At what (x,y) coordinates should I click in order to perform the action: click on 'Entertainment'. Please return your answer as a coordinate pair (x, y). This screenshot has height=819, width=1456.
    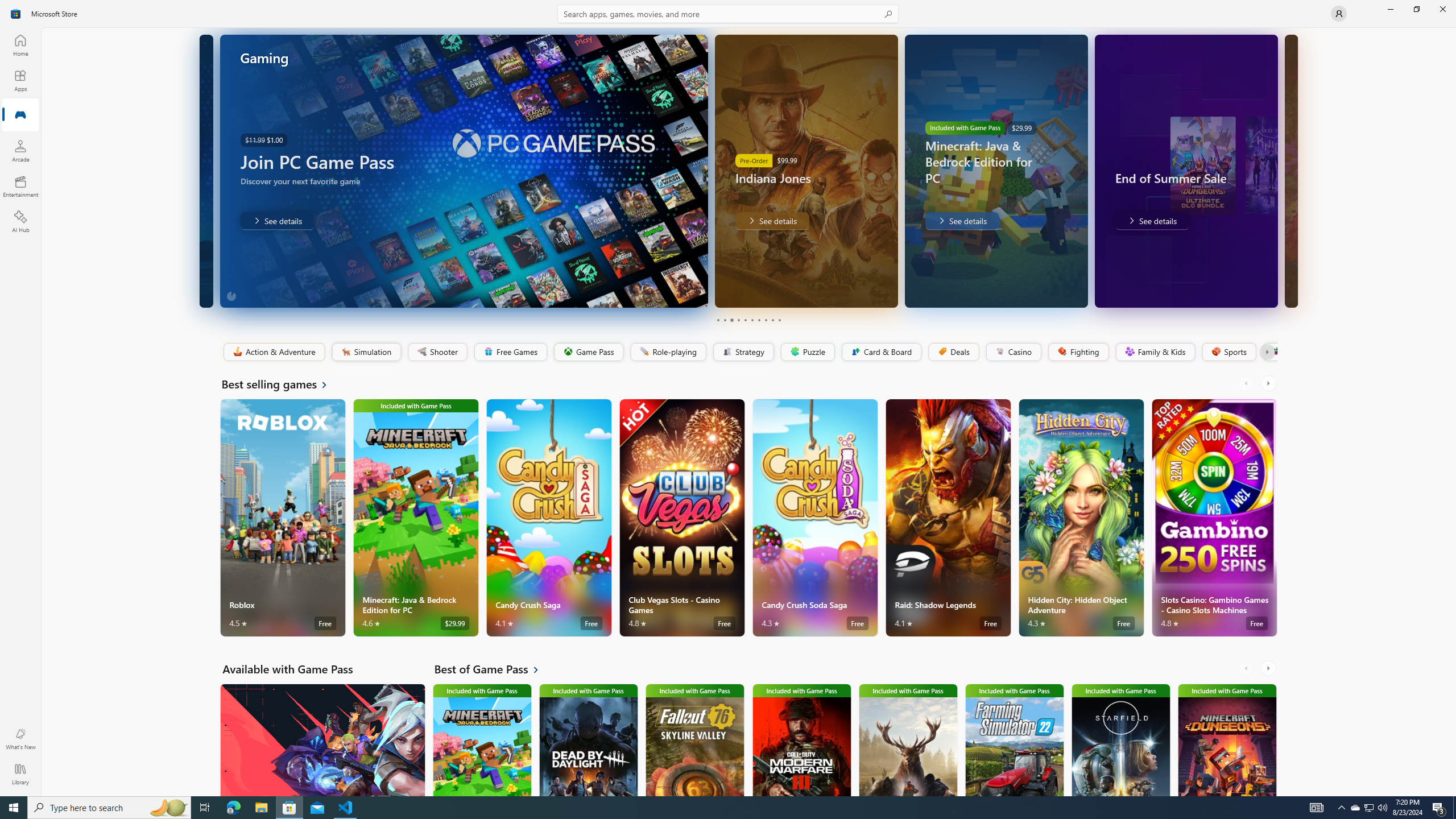
    Looking at the image, I should click on (19, 185).